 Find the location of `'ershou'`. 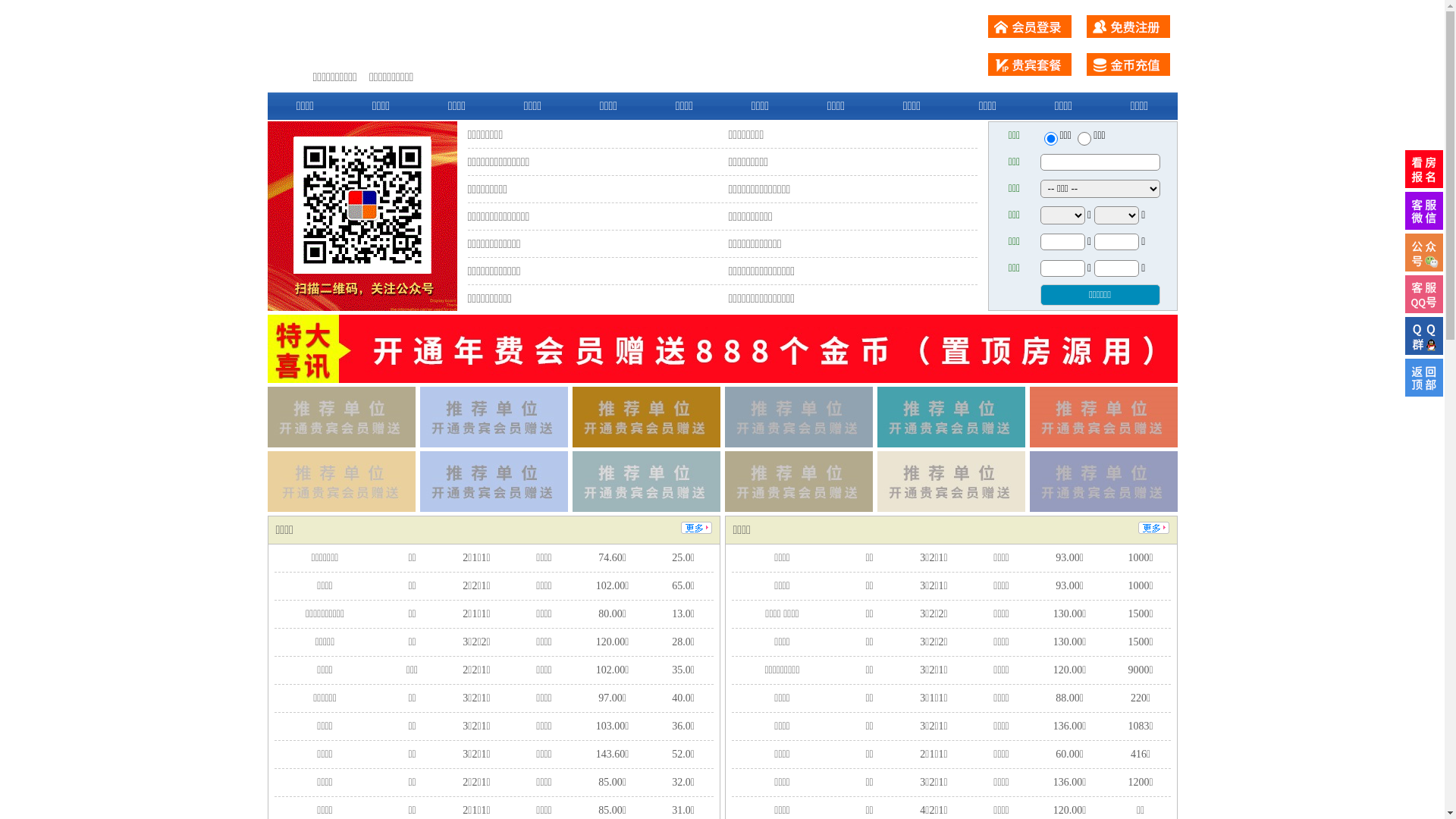

'ershou' is located at coordinates (1050, 138).